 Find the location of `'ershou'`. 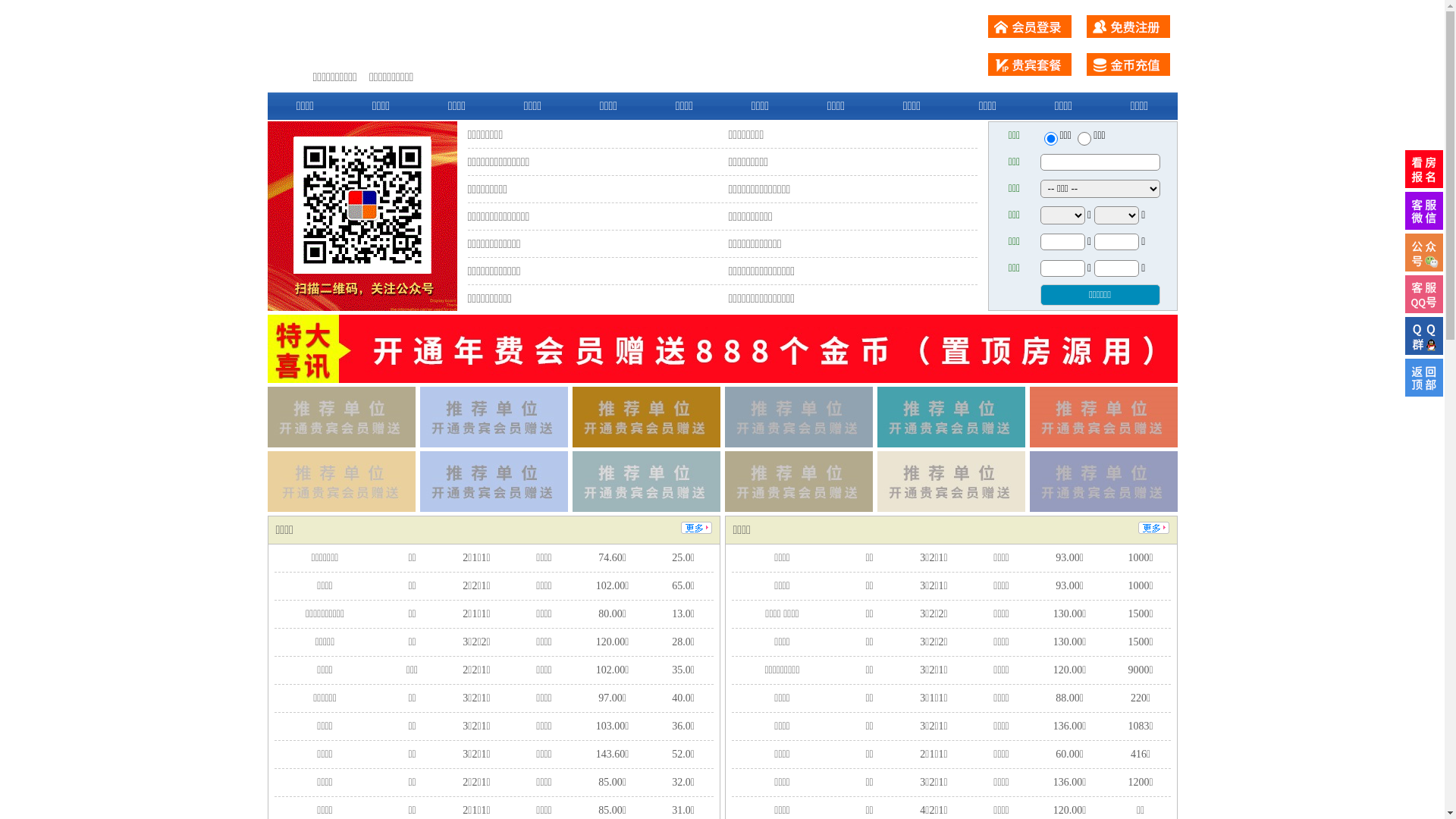

'ershou' is located at coordinates (1050, 138).